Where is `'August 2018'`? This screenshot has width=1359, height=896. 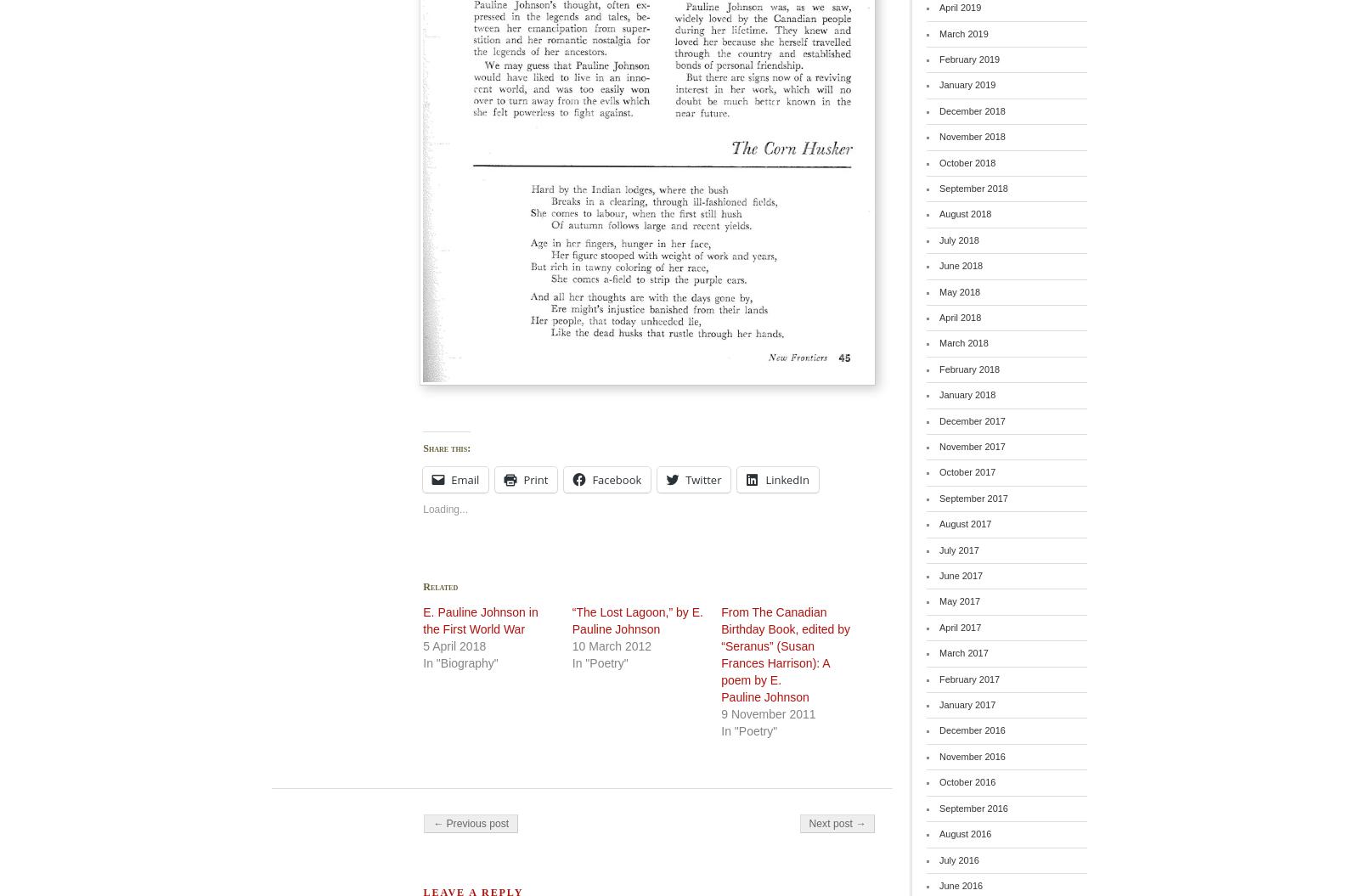
'August 2018' is located at coordinates (965, 214).